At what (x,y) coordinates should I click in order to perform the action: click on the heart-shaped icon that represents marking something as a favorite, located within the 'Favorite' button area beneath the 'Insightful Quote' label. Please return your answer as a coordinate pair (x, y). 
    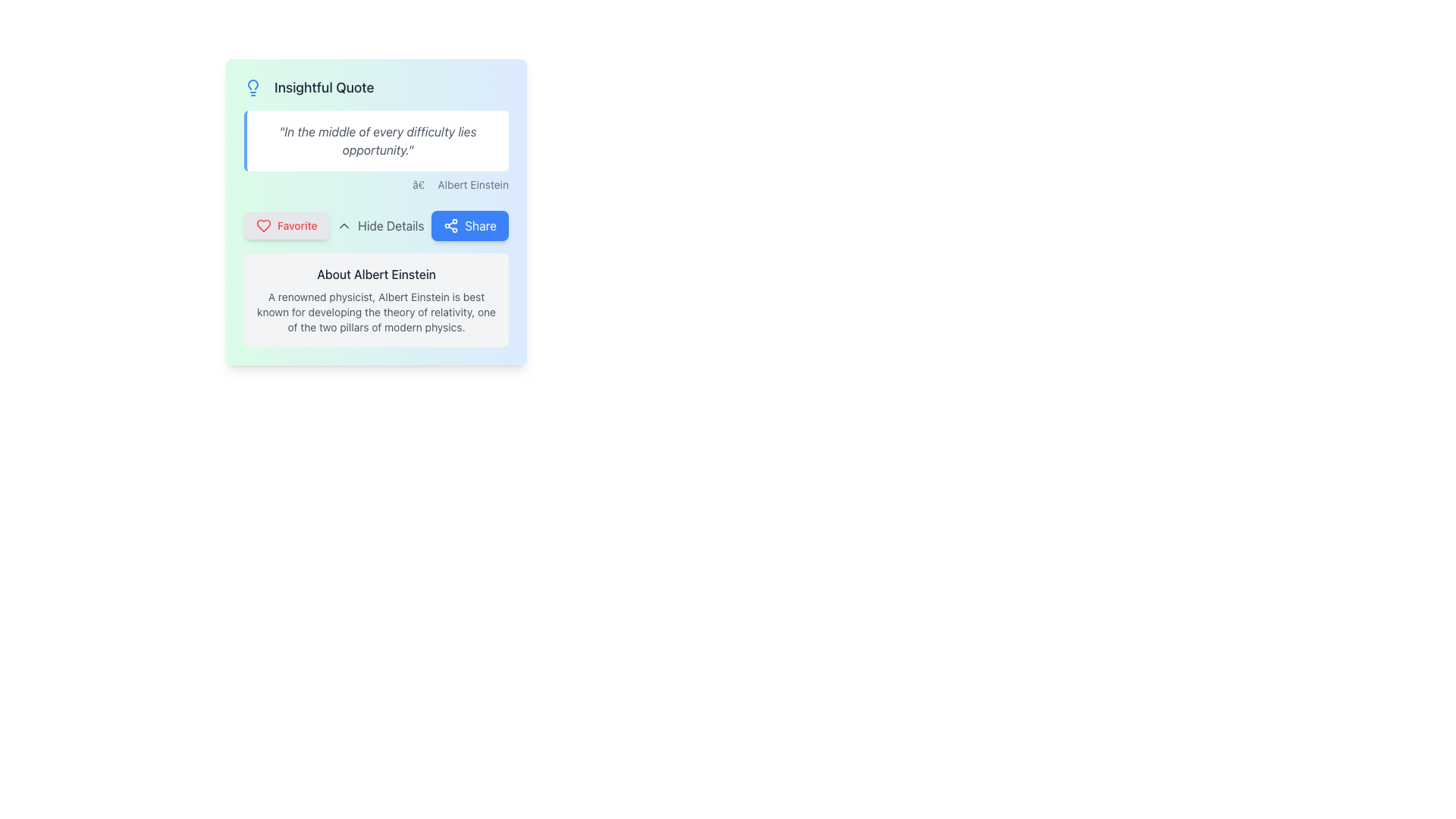
    Looking at the image, I should click on (263, 225).